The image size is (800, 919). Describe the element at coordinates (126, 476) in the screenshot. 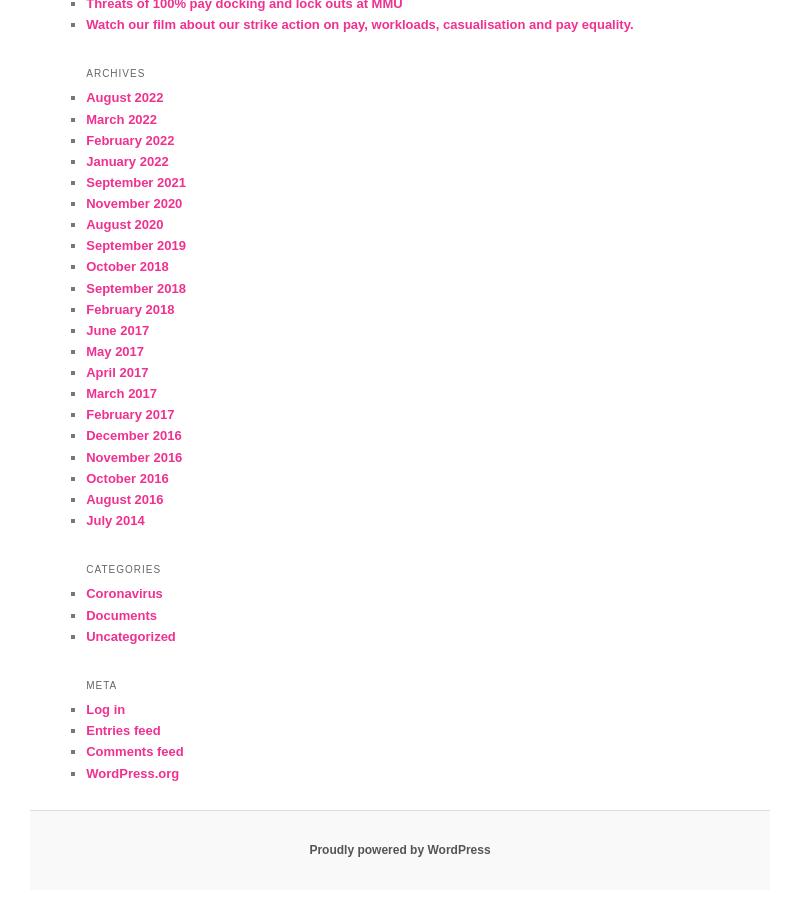

I see `'October 2016'` at that location.